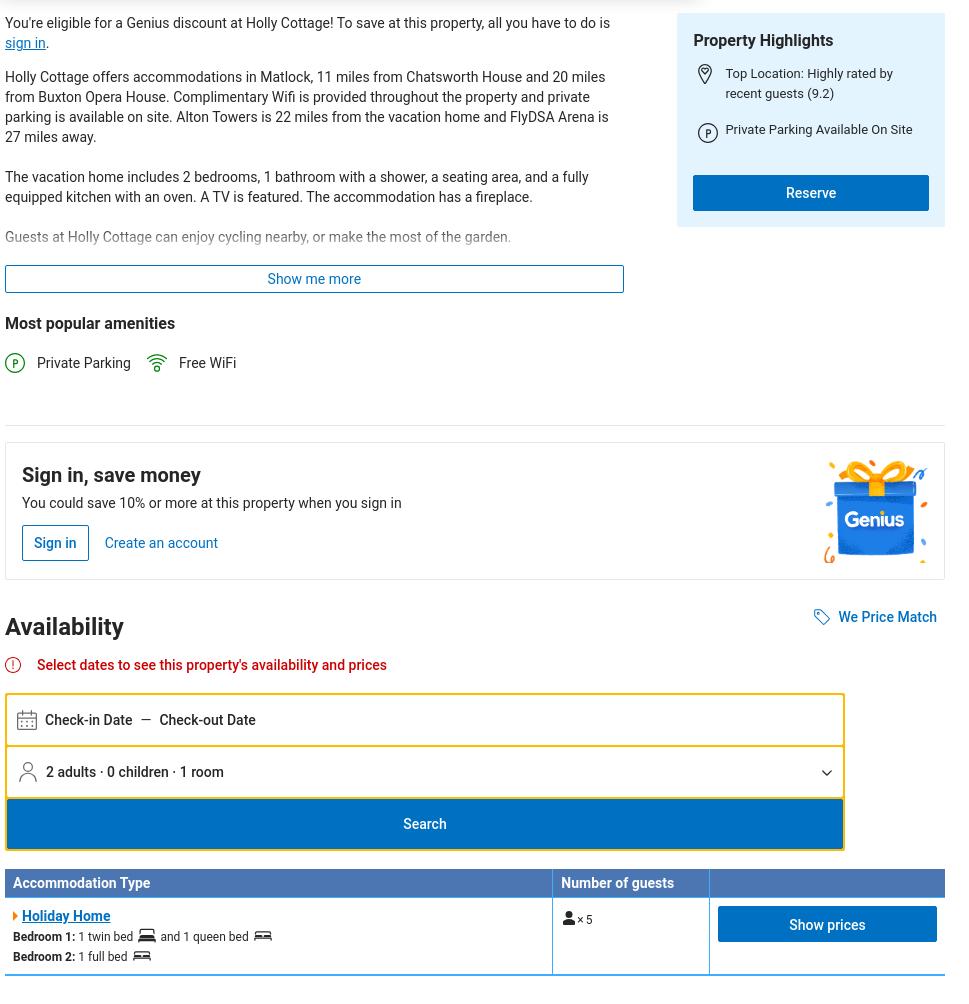 Image resolution: width=969 pixels, height=1004 pixels. Describe the element at coordinates (133, 771) in the screenshot. I see `'2 adults · 0 children · 1 room'` at that location.